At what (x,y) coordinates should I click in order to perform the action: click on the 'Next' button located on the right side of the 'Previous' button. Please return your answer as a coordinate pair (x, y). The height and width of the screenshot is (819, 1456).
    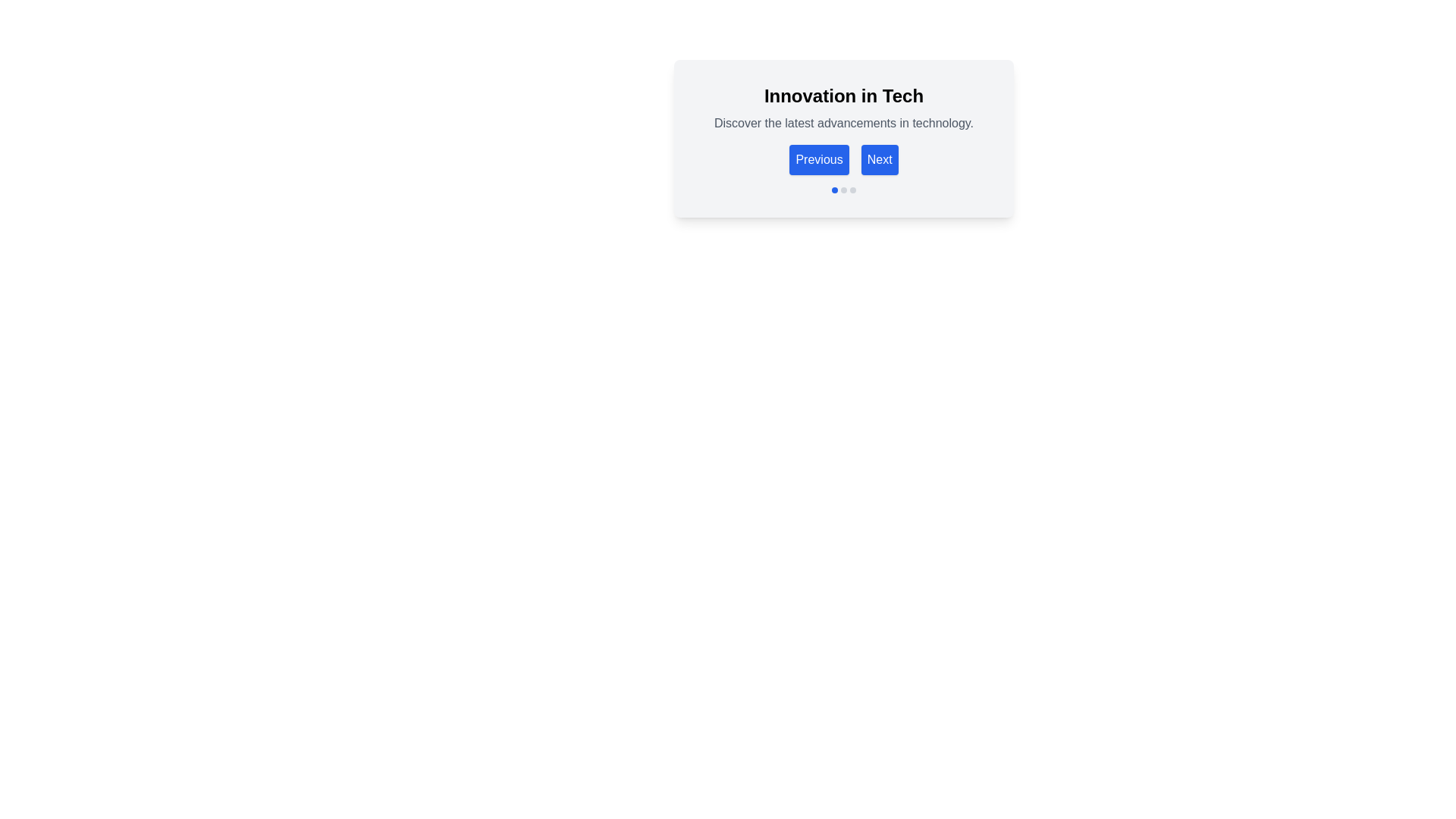
    Looking at the image, I should click on (880, 160).